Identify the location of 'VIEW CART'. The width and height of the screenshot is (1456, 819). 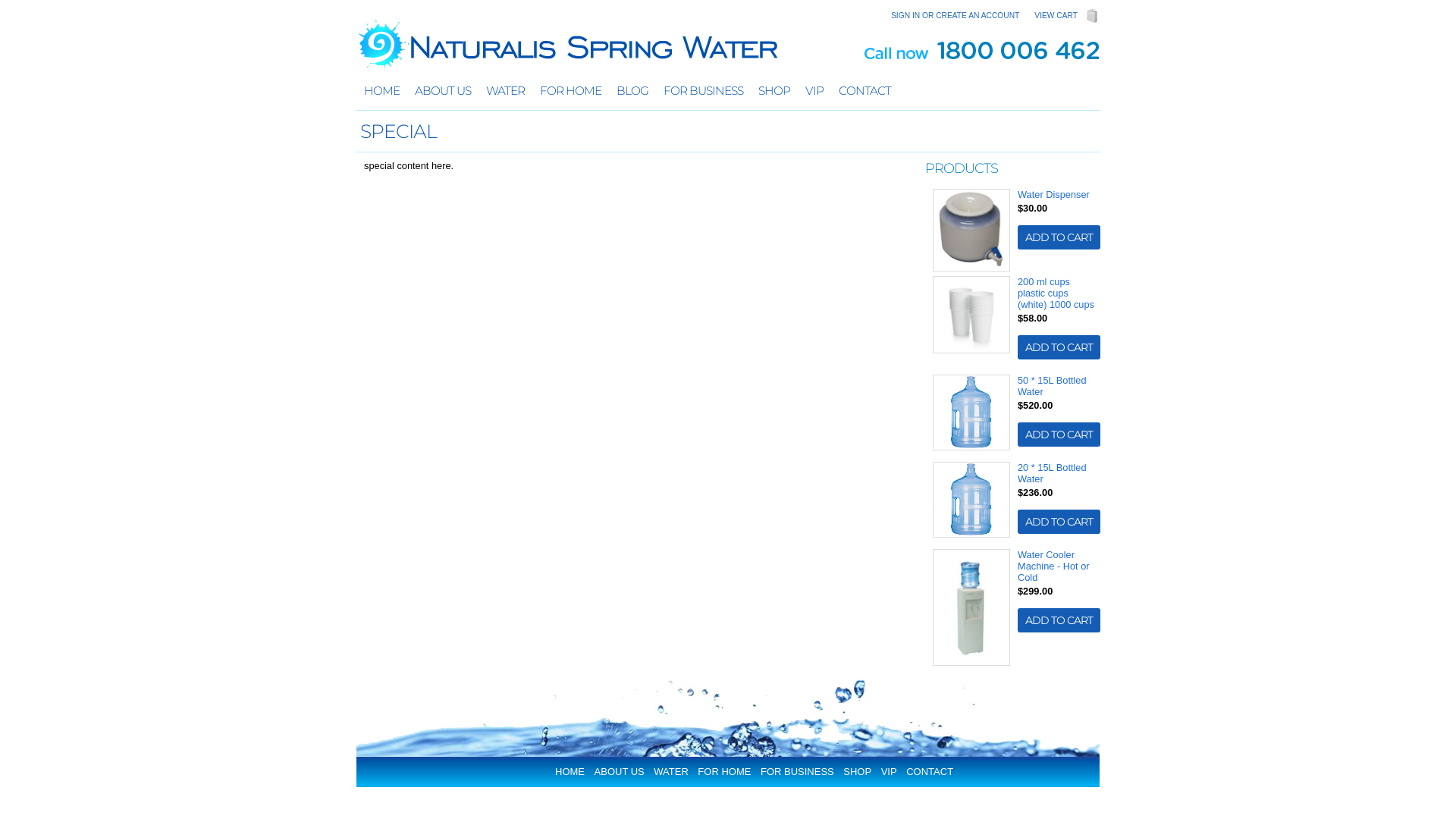
(1055, 15).